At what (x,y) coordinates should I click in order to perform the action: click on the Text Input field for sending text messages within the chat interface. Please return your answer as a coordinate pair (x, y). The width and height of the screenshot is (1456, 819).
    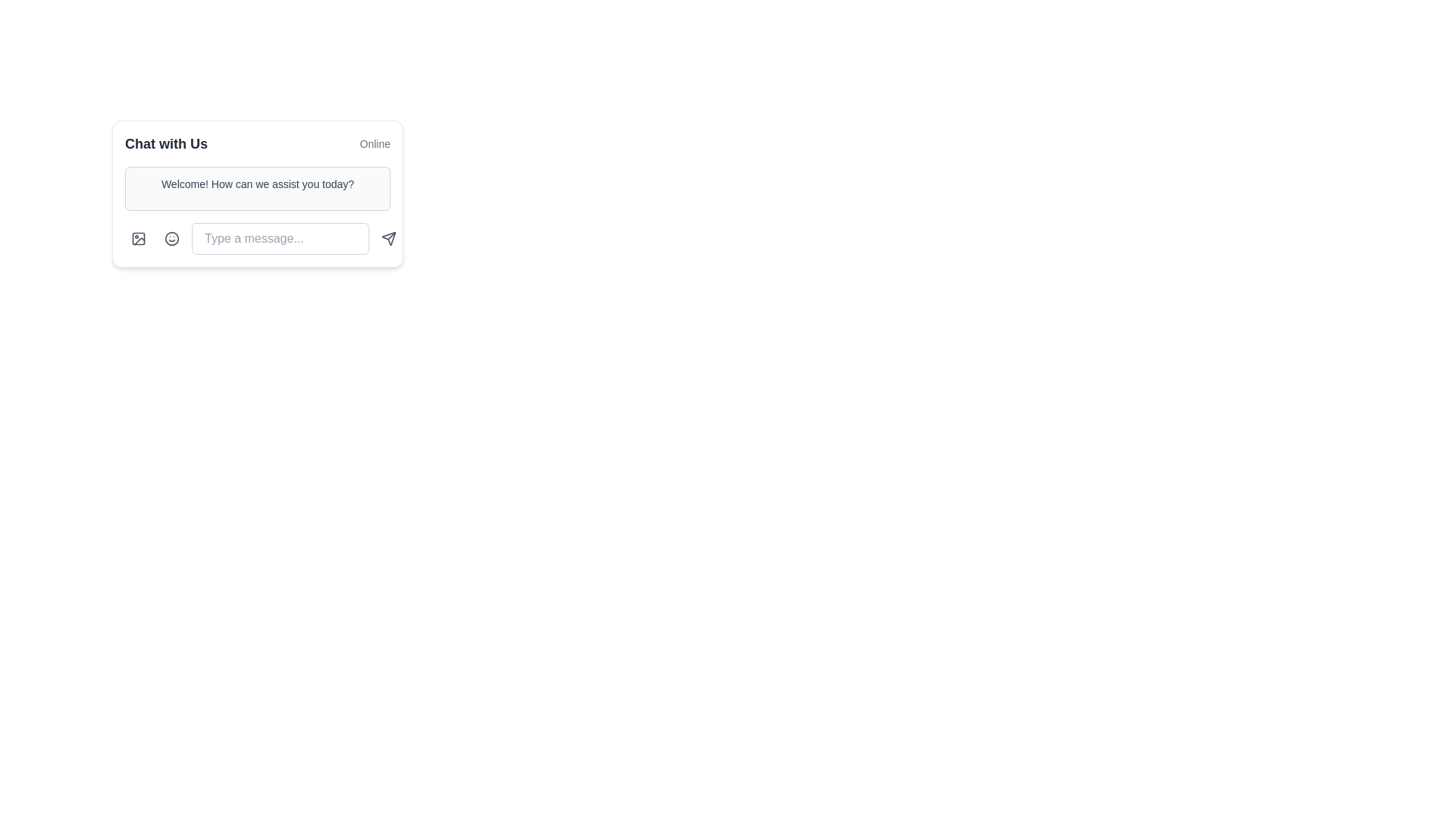
    Looking at the image, I should click on (280, 239).